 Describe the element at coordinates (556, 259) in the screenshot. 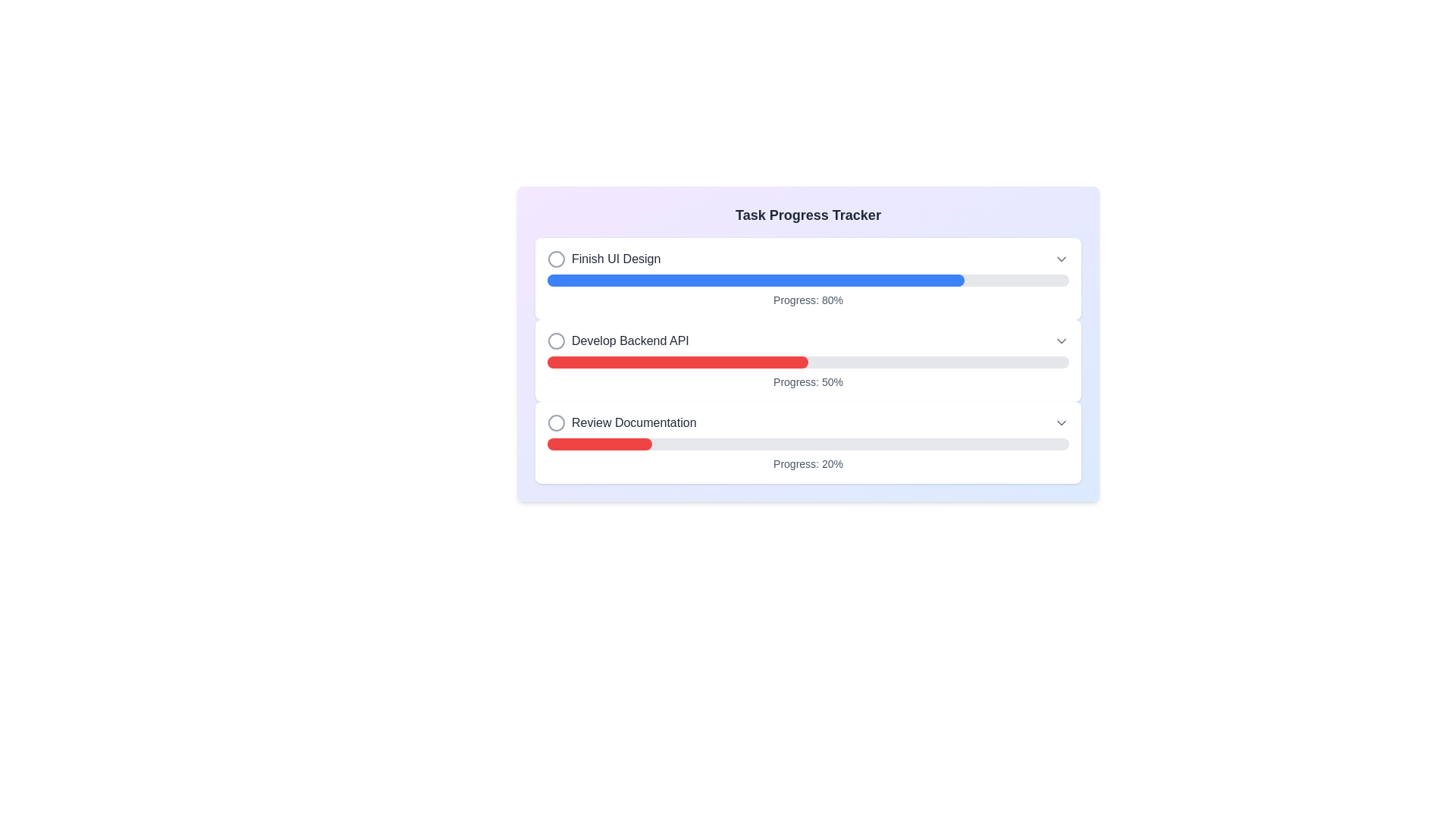

I see `the gray circular icon located to the left of the 'Finish UI Design' text` at that location.